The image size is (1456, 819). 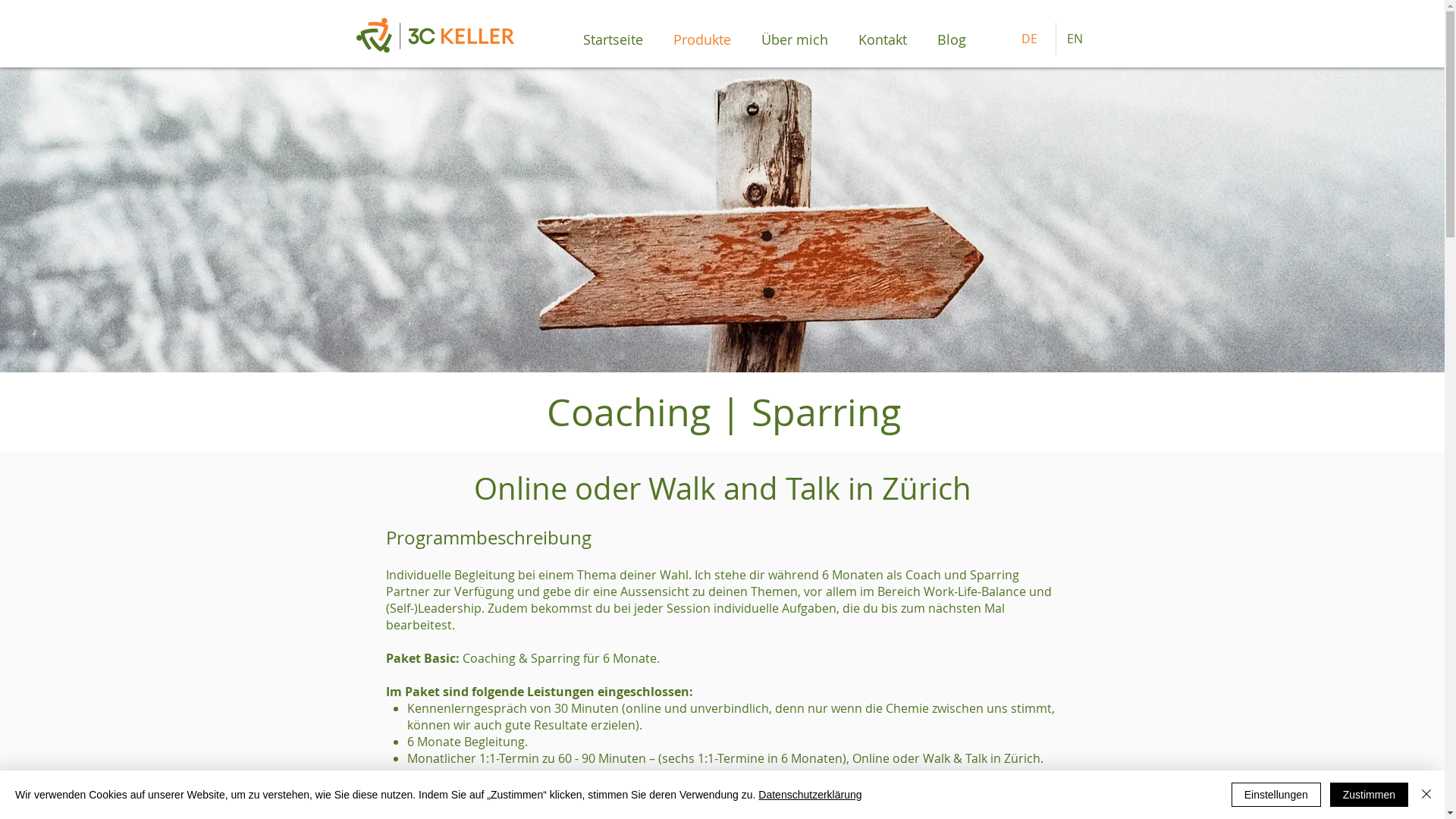 What do you see at coordinates (882, 38) in the screenshot?
I see `'Kontakt'` at bounding box center [882, 38].